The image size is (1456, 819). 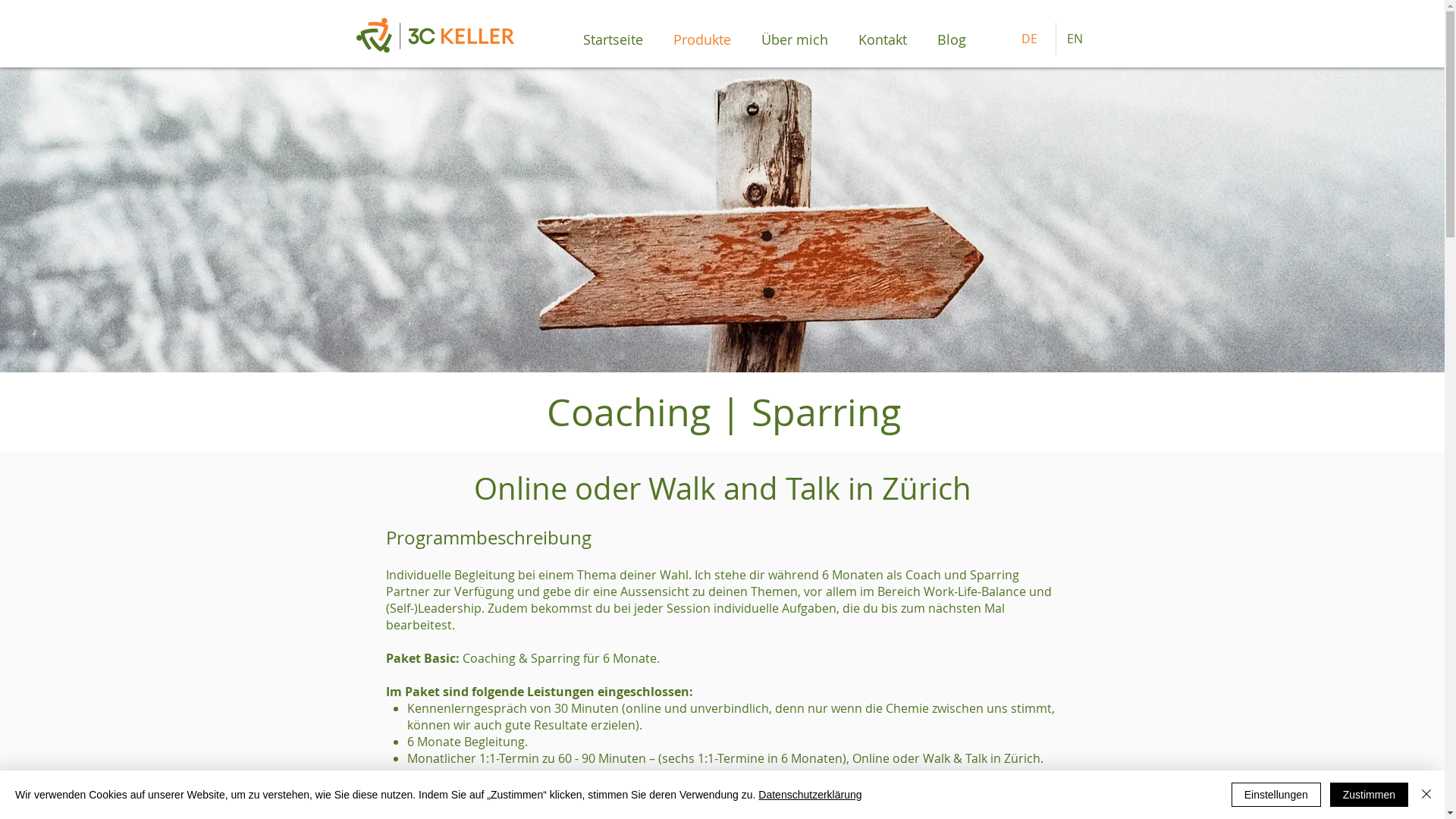 What do you see at coordinates (882, 38) in the screenshot?
I see `'Kontakt'` at bounding box center [882, 38].